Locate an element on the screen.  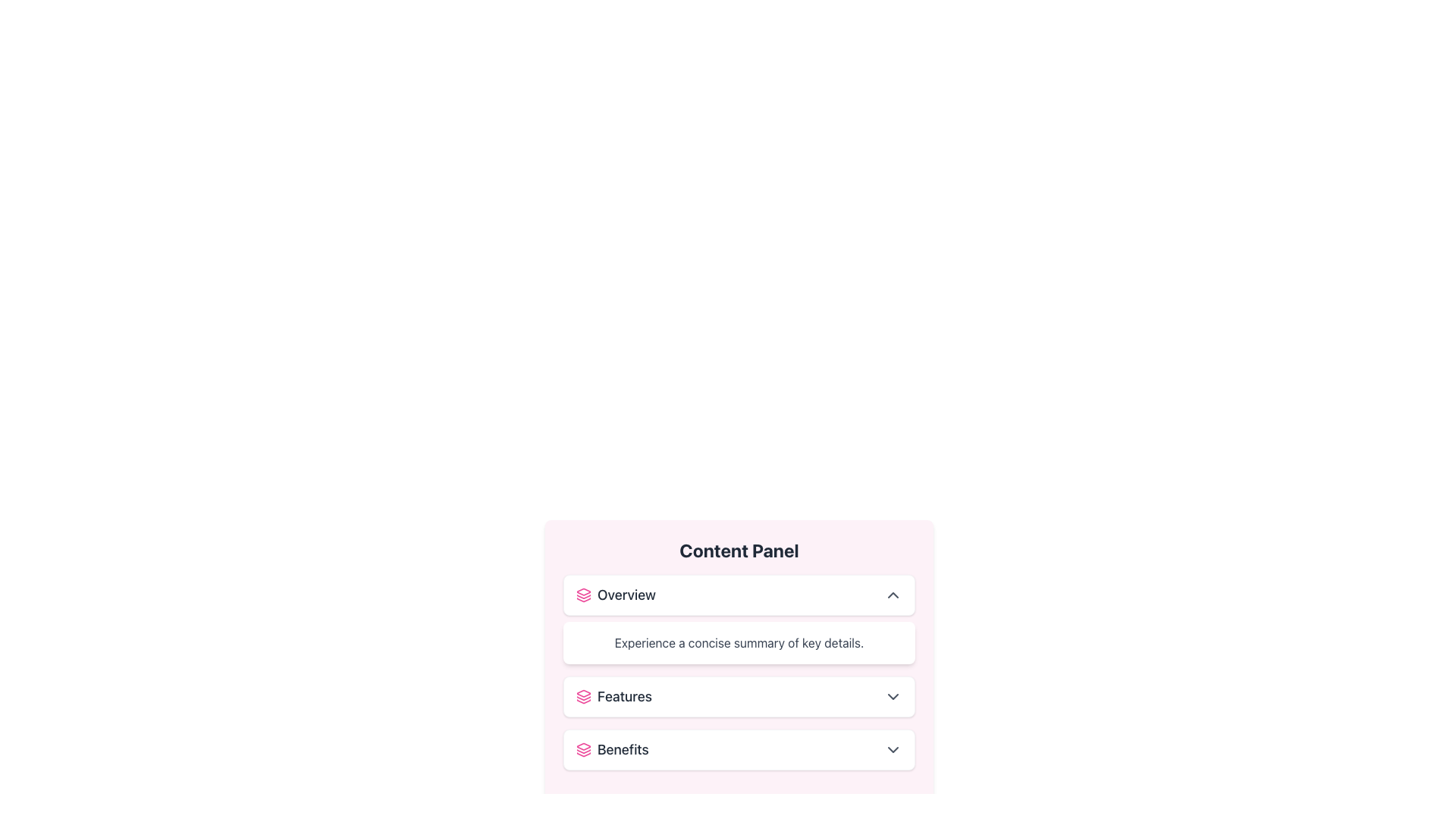
the small triangular icon with a pink outline located to the left of the 'Overview' label in the vertical list of graphical representations is located at coordinates (582, 745).